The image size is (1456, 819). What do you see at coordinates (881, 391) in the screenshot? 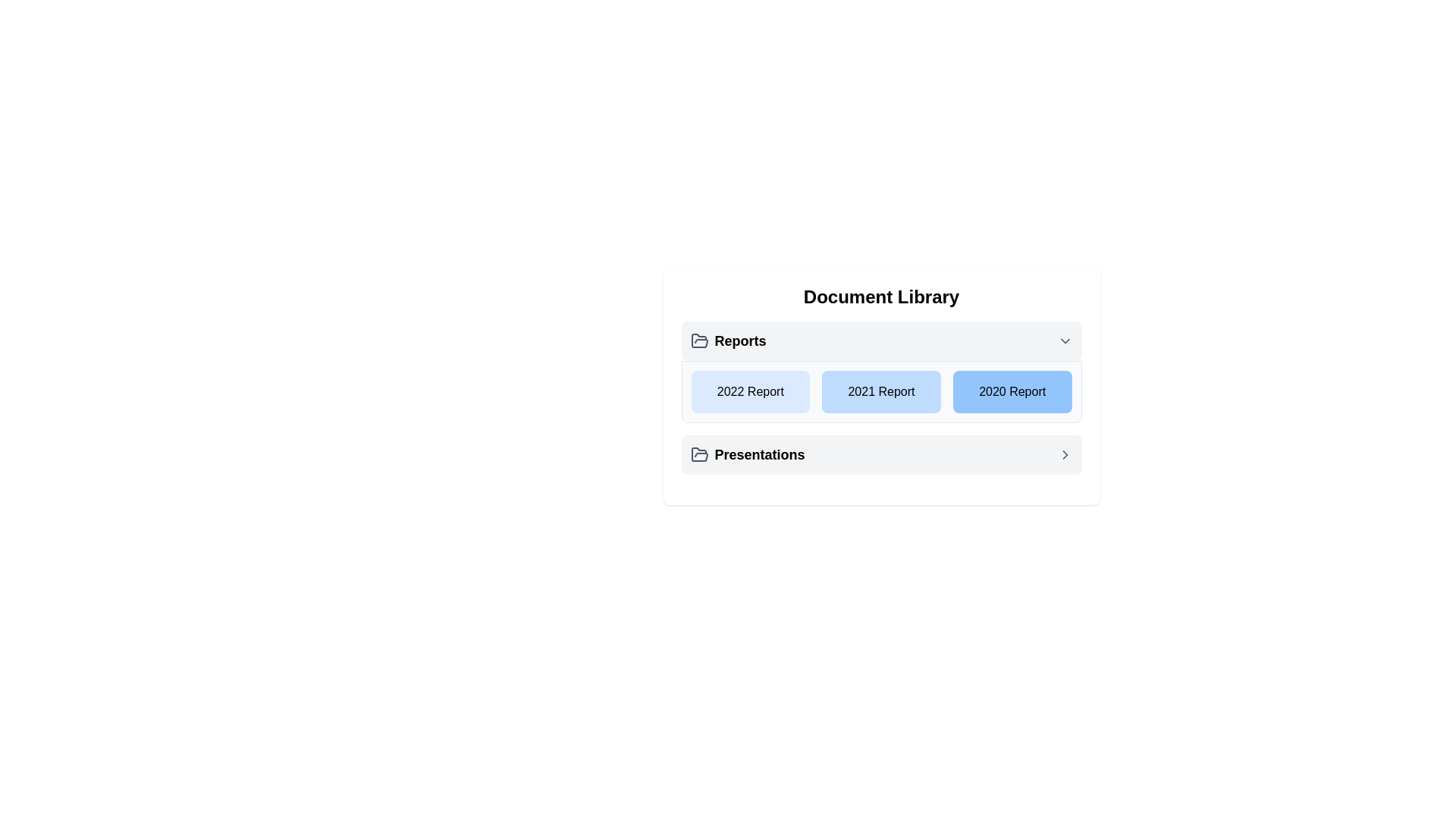
I see `the group of buttons located in the middle section under the 'Reports' category` at bounding box center [881, 391].